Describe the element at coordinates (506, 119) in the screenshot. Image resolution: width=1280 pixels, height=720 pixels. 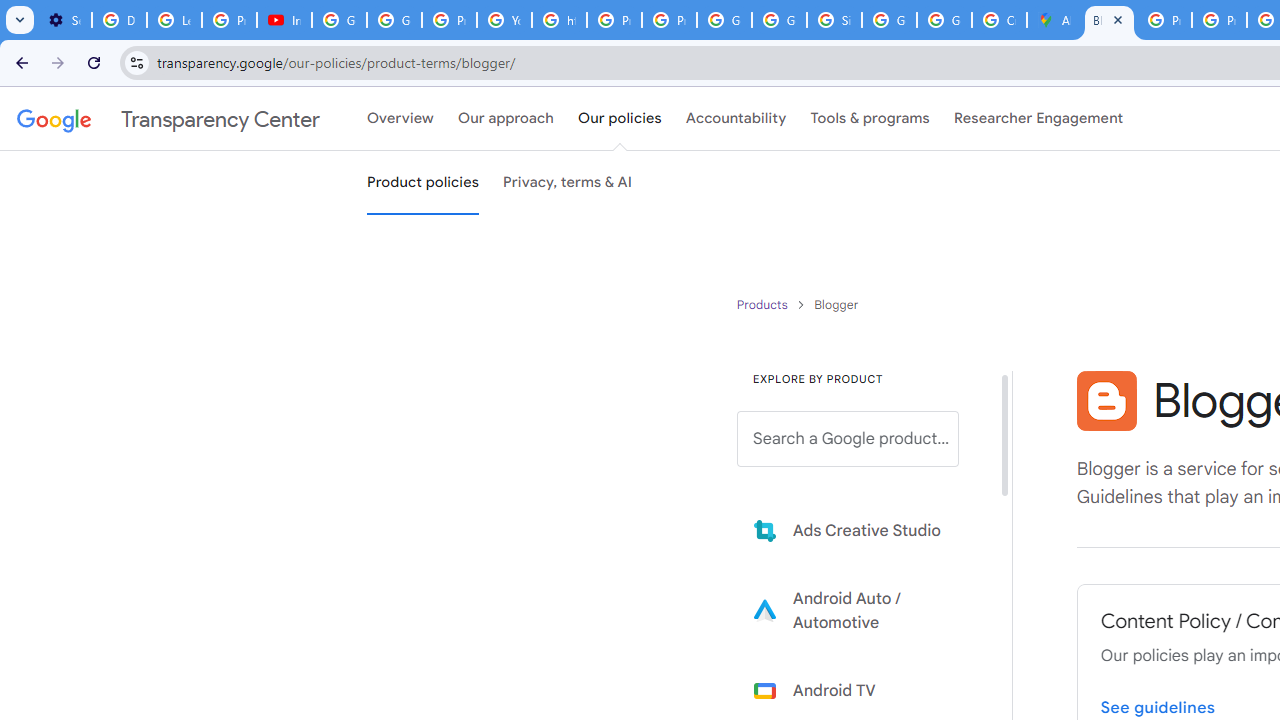
I see `'Our approach'` at that location.